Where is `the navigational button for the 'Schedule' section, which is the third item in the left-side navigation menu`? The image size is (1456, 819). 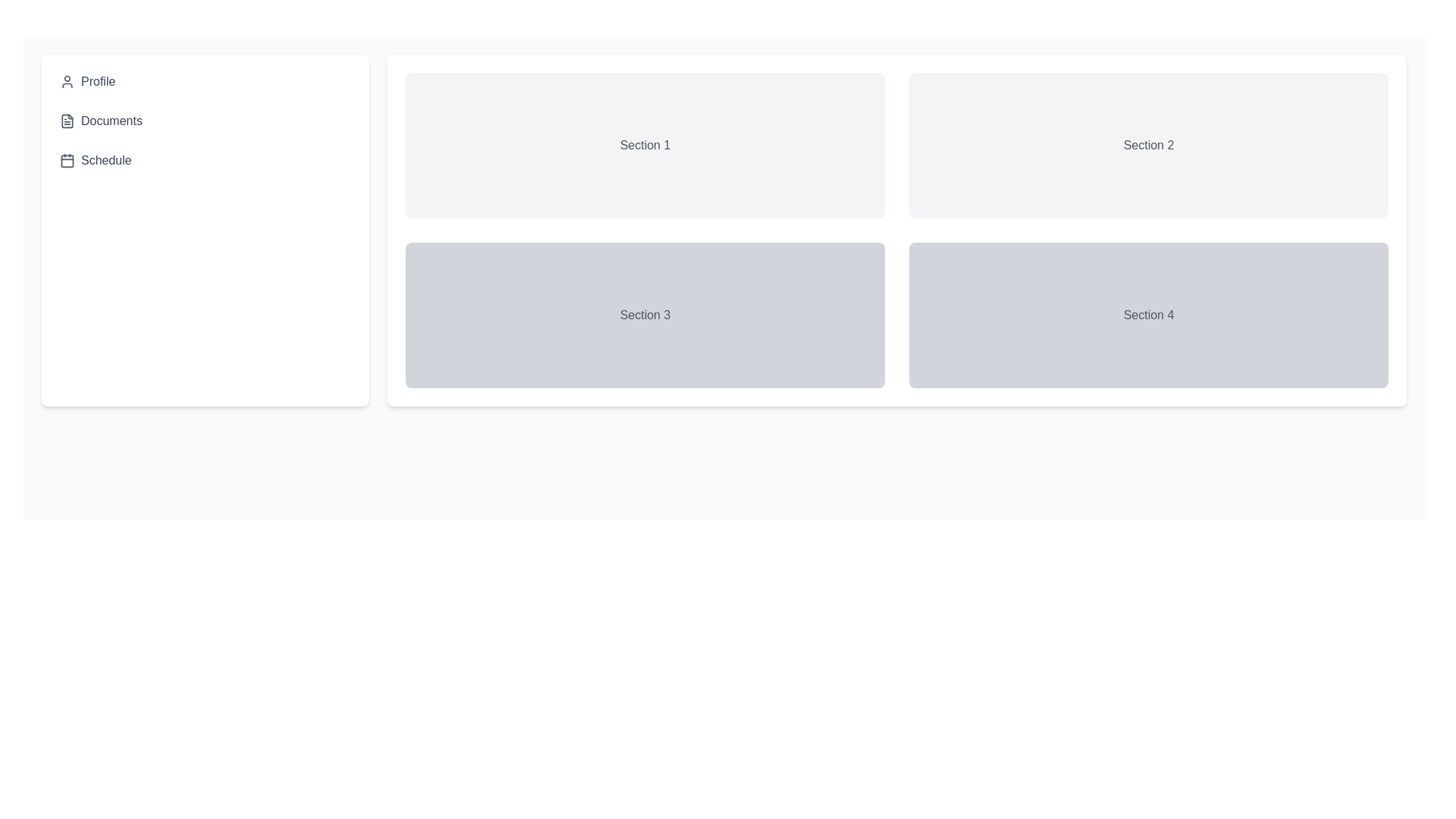 the navigational button for the 'Schedule' section, which is the third item in the left-side navigation menu is located at coordinates (204, 161).